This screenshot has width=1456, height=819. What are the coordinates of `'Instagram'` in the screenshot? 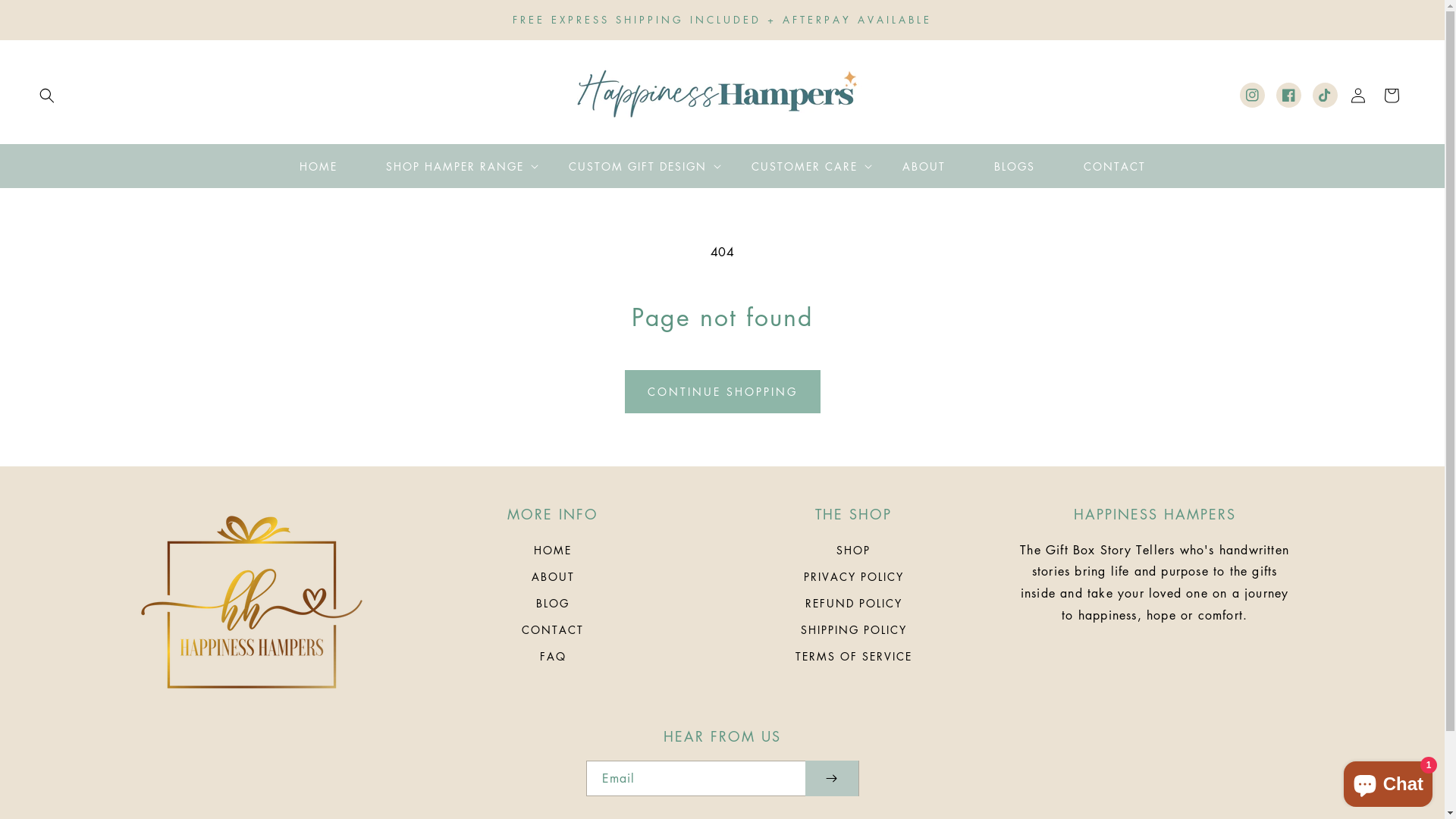 It's located at (1252, 95).